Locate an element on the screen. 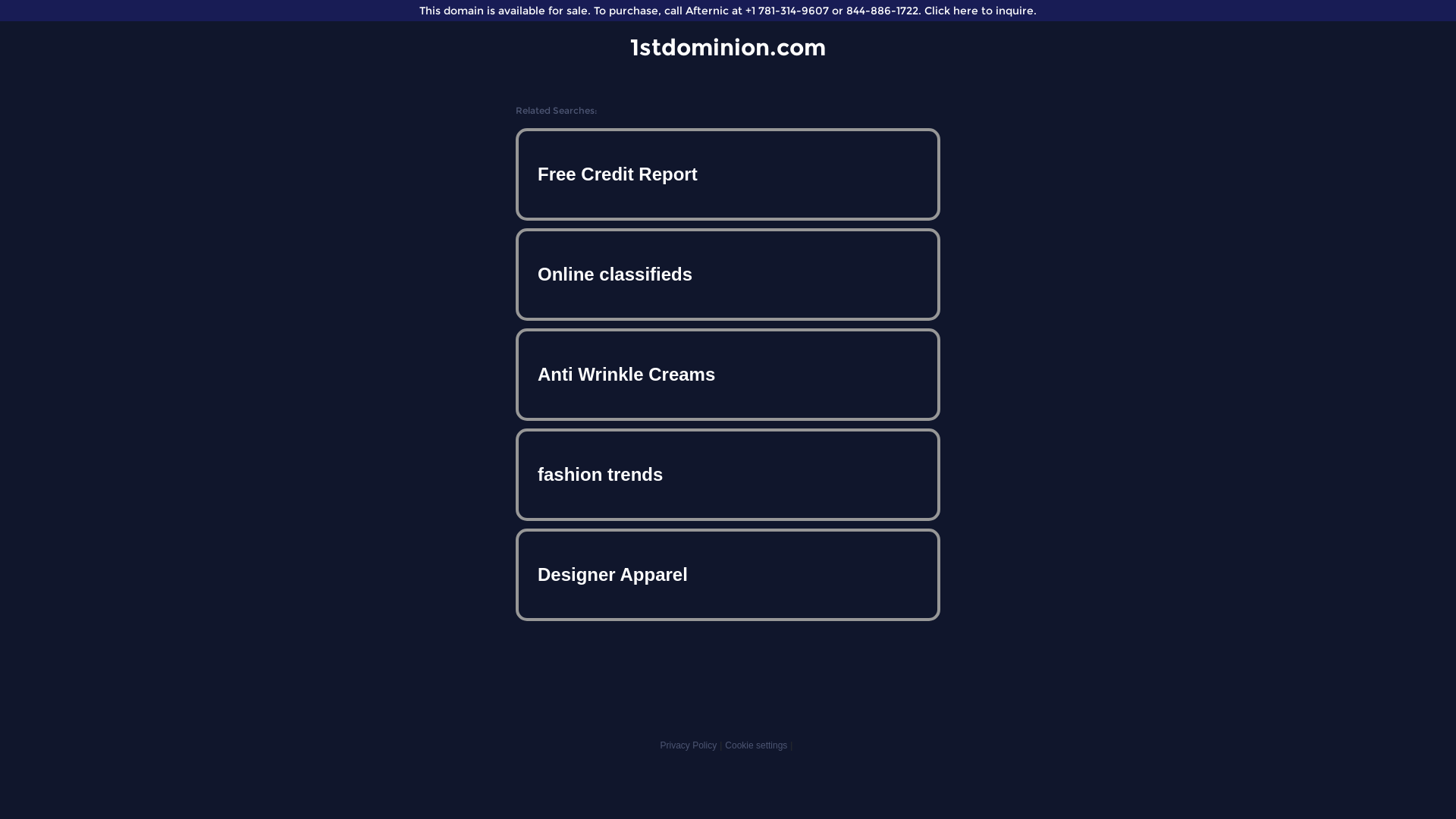 This screenshot has height=819, width=1456. 'Online classifieds' is located at coordinates (728, 275).